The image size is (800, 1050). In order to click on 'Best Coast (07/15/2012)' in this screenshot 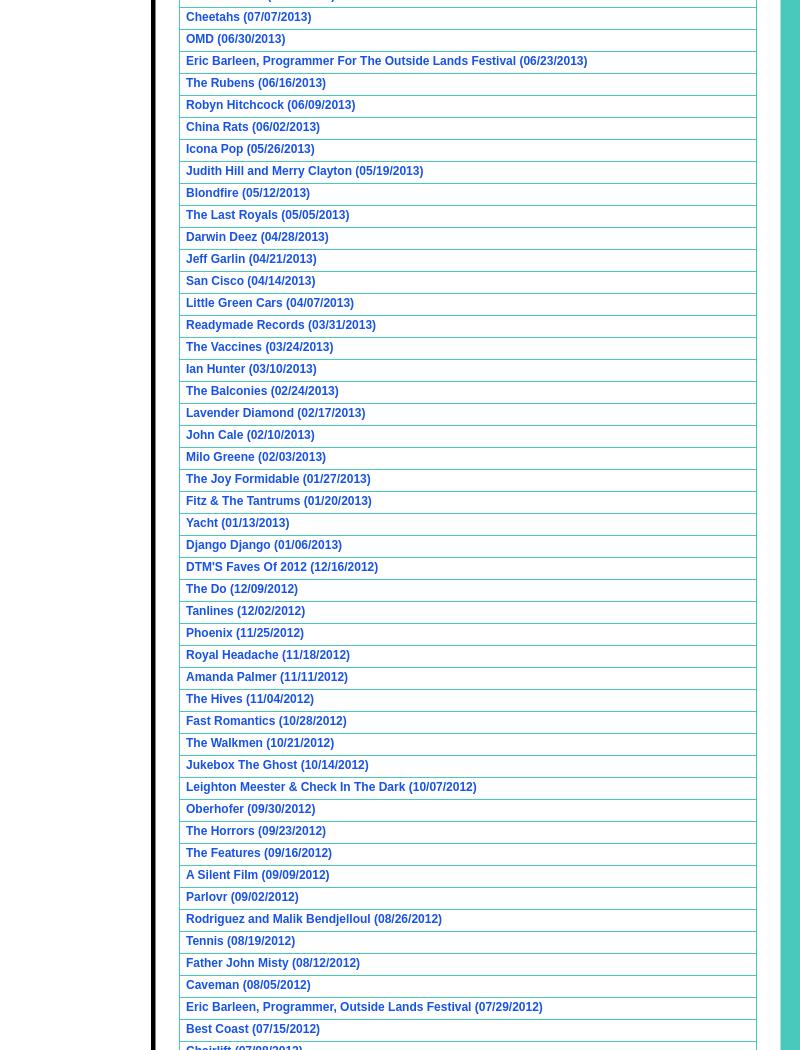, I will do `click(252, 1028)`.